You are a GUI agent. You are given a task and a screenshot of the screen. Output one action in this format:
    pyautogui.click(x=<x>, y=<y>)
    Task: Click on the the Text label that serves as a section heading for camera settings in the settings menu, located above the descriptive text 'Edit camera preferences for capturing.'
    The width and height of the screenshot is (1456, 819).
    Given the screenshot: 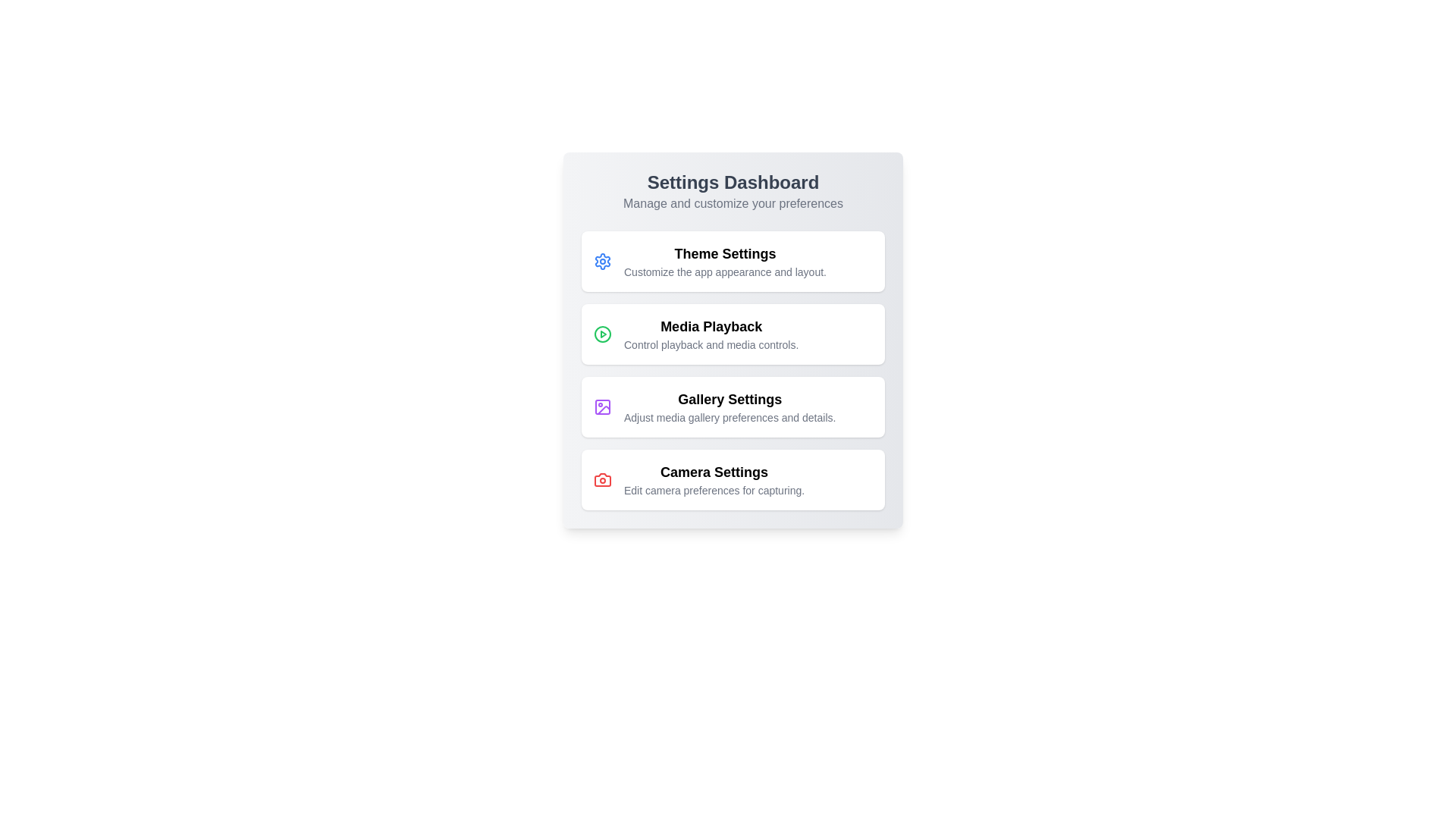 What is the action you would take?
    pyautogui.click(x=714, y=472)
    